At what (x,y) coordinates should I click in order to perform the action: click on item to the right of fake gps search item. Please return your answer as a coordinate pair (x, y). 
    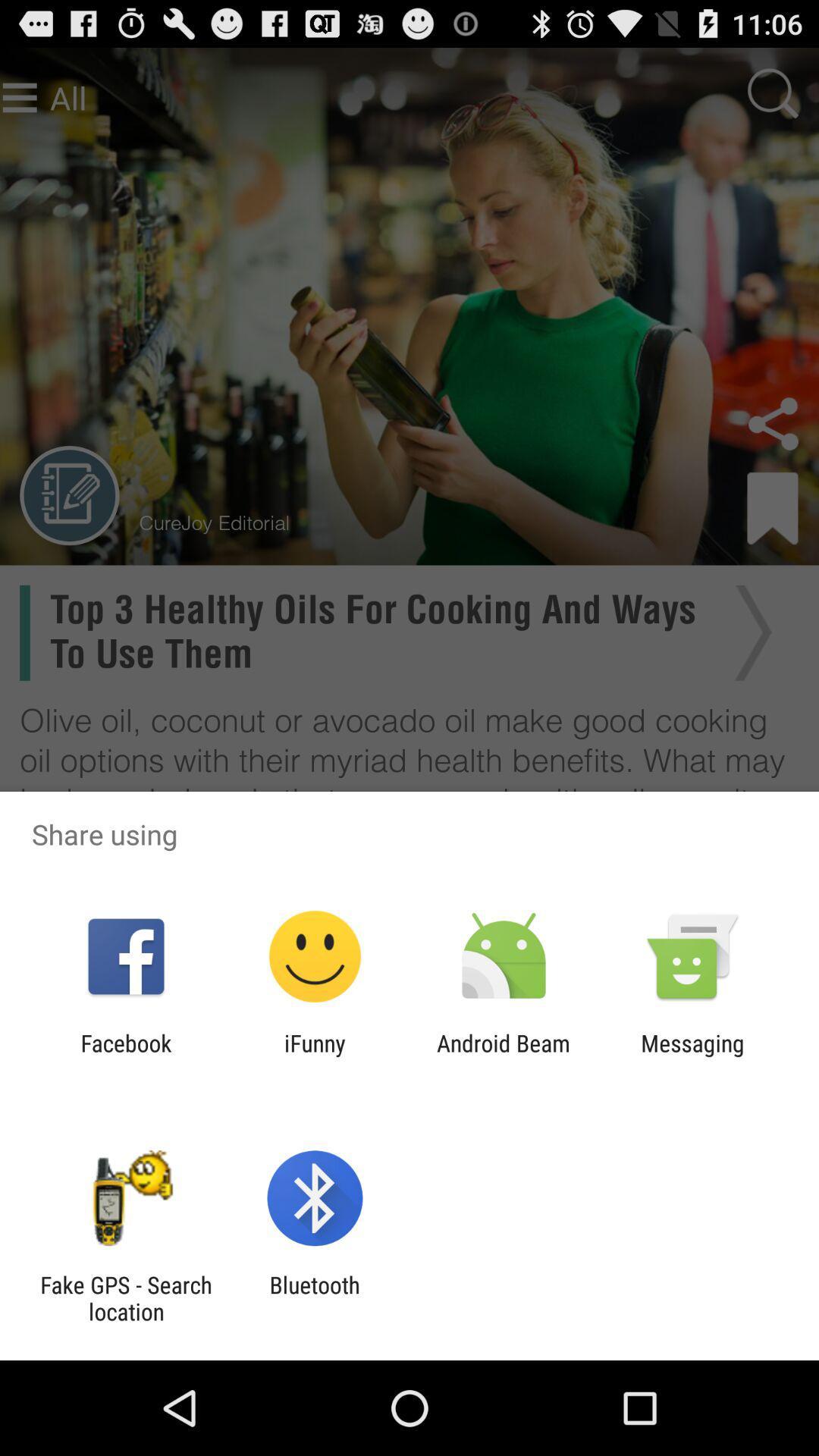
    Looking at the image, I should click on (314, 1298).